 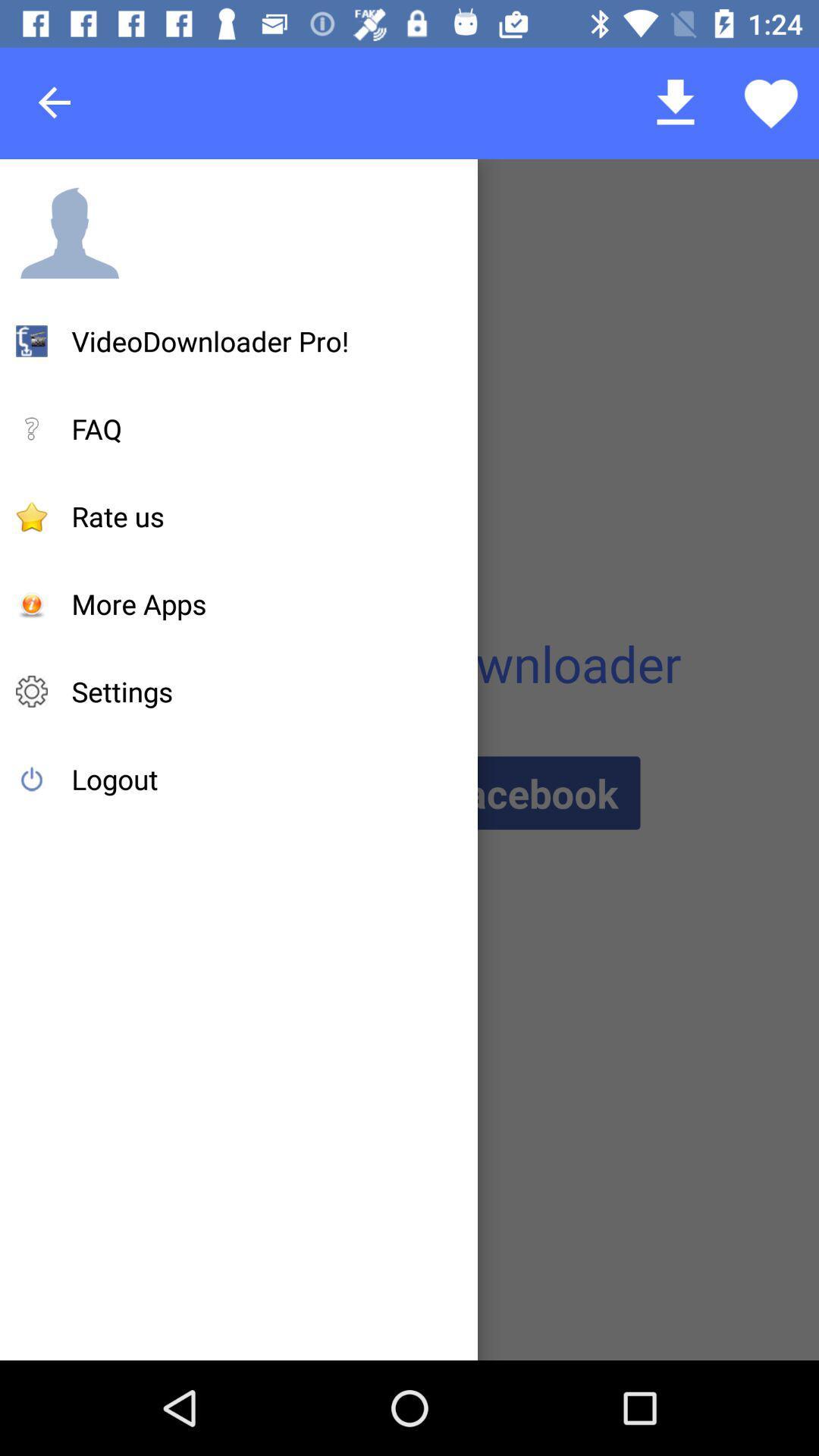 I want to click on the rate us item, so click(x=117, y=516).